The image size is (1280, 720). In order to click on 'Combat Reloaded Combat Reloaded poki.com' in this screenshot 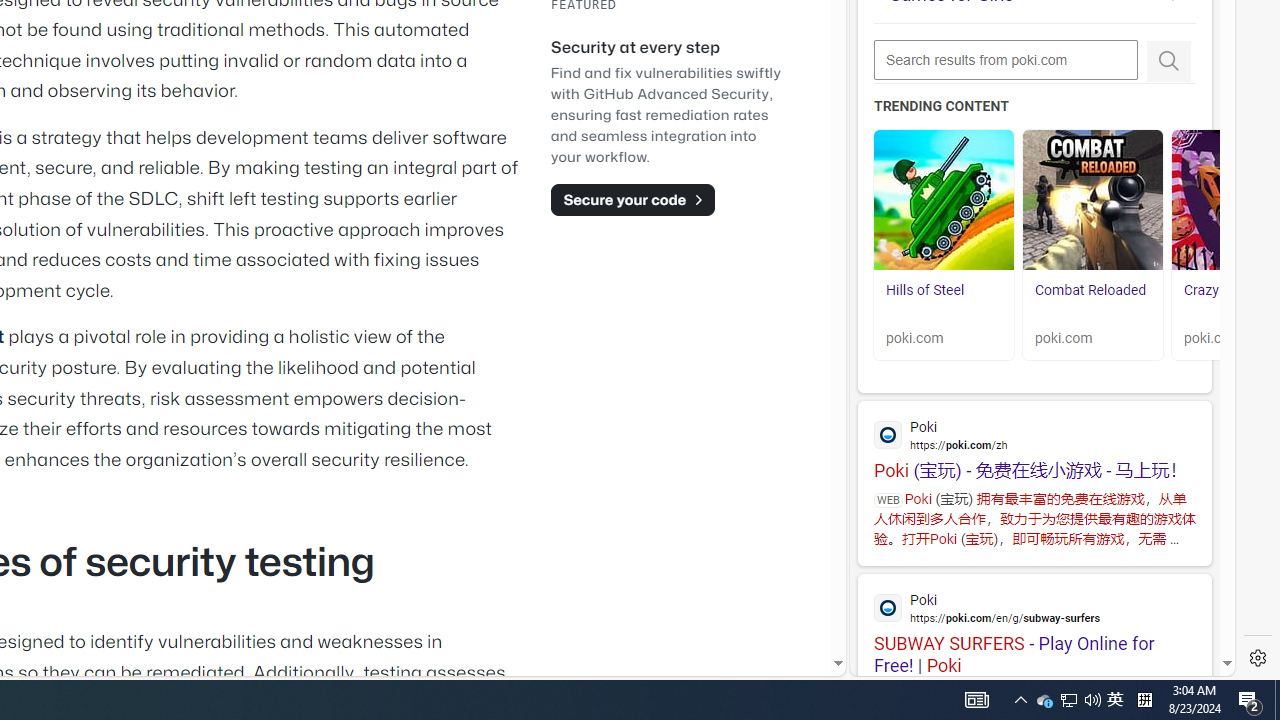, I will do `click(1092, 244)`.